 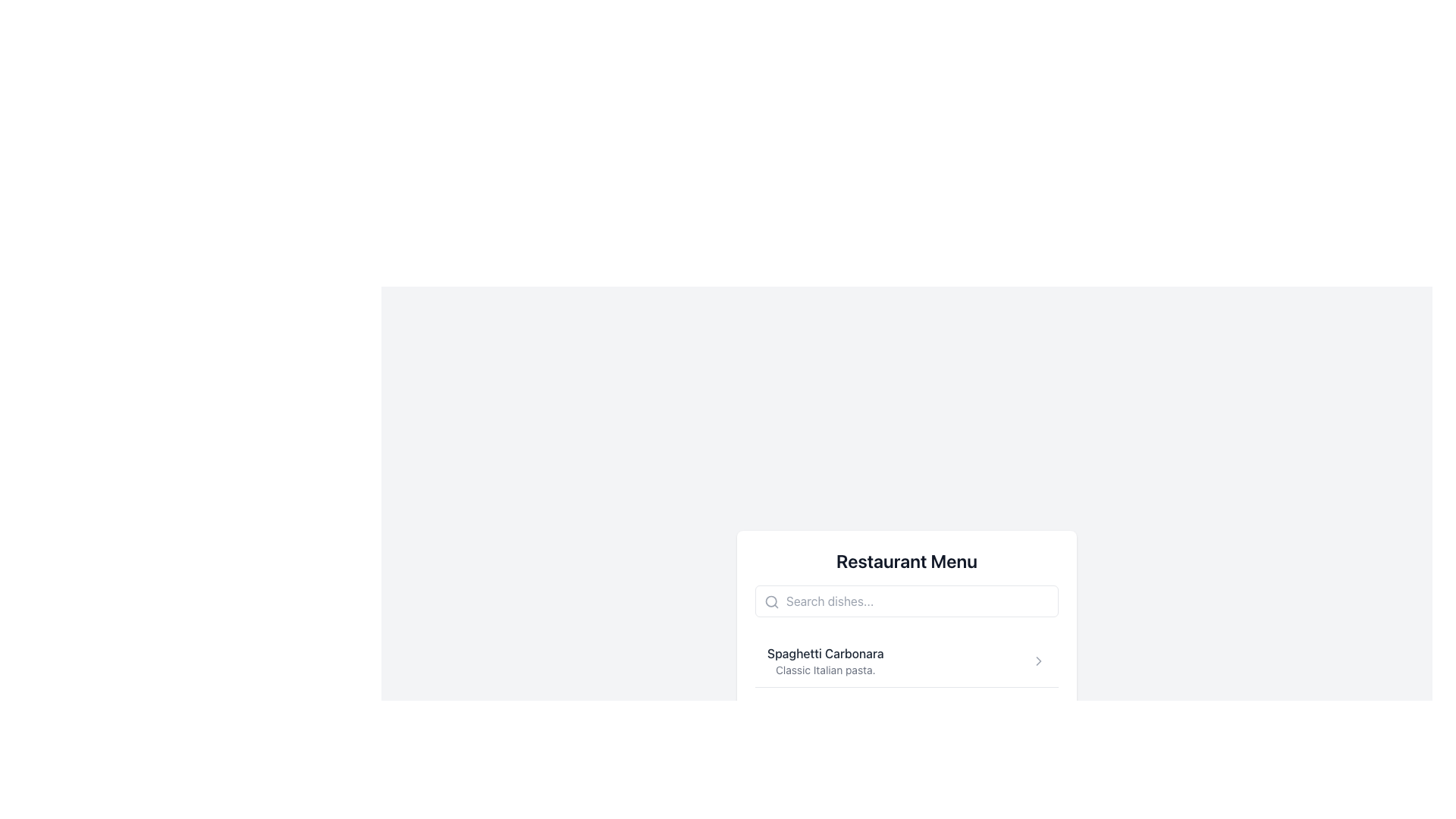 What do you see at coordinates (771, 601) in the screenshot?
I see `the magnifying glass icon located to the left of the search input field, which indicates the search functionality` at bounding box center [771, 601].